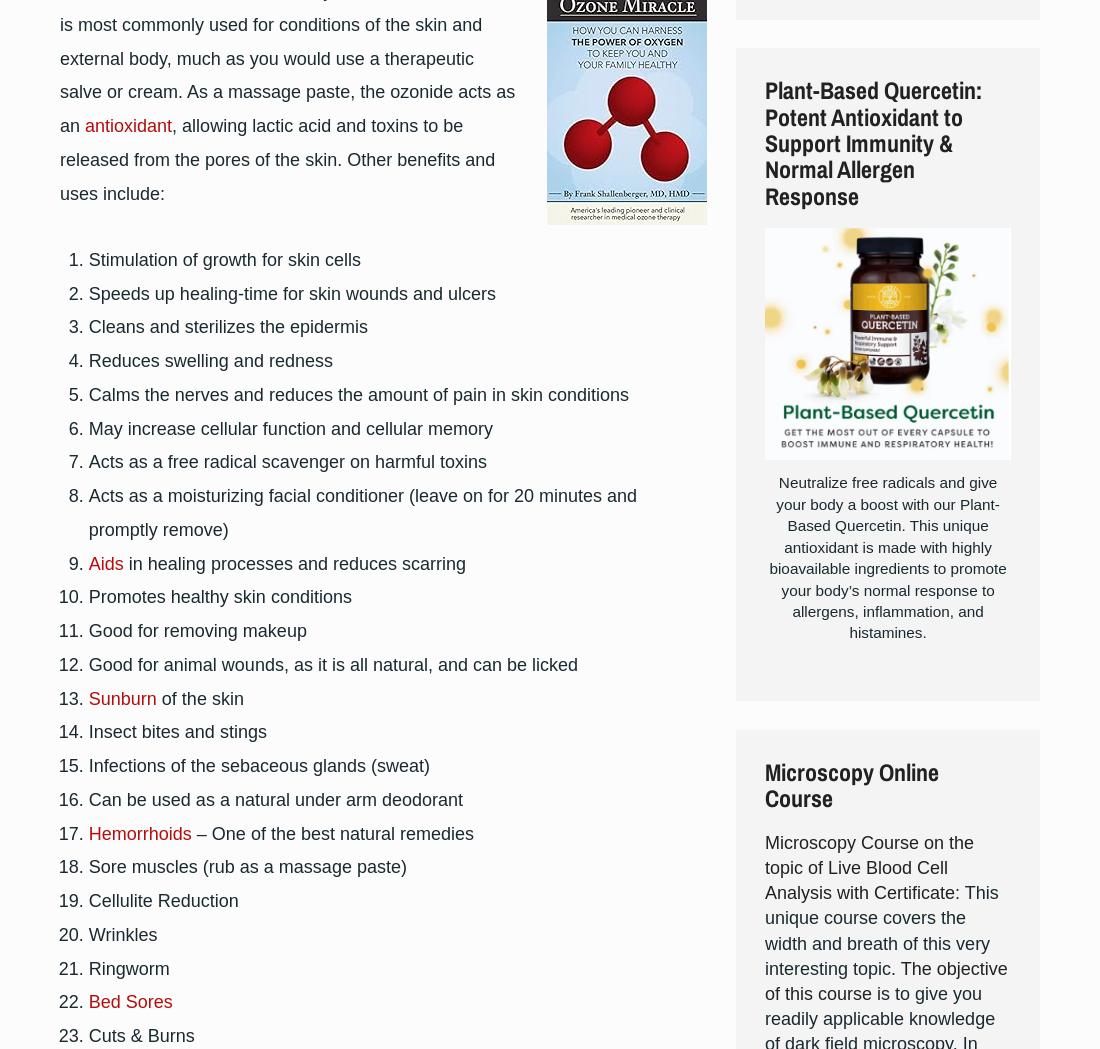  I want to click on 'Good for animal wounds, as it is all natural, and can be licked', so click(331, 663).